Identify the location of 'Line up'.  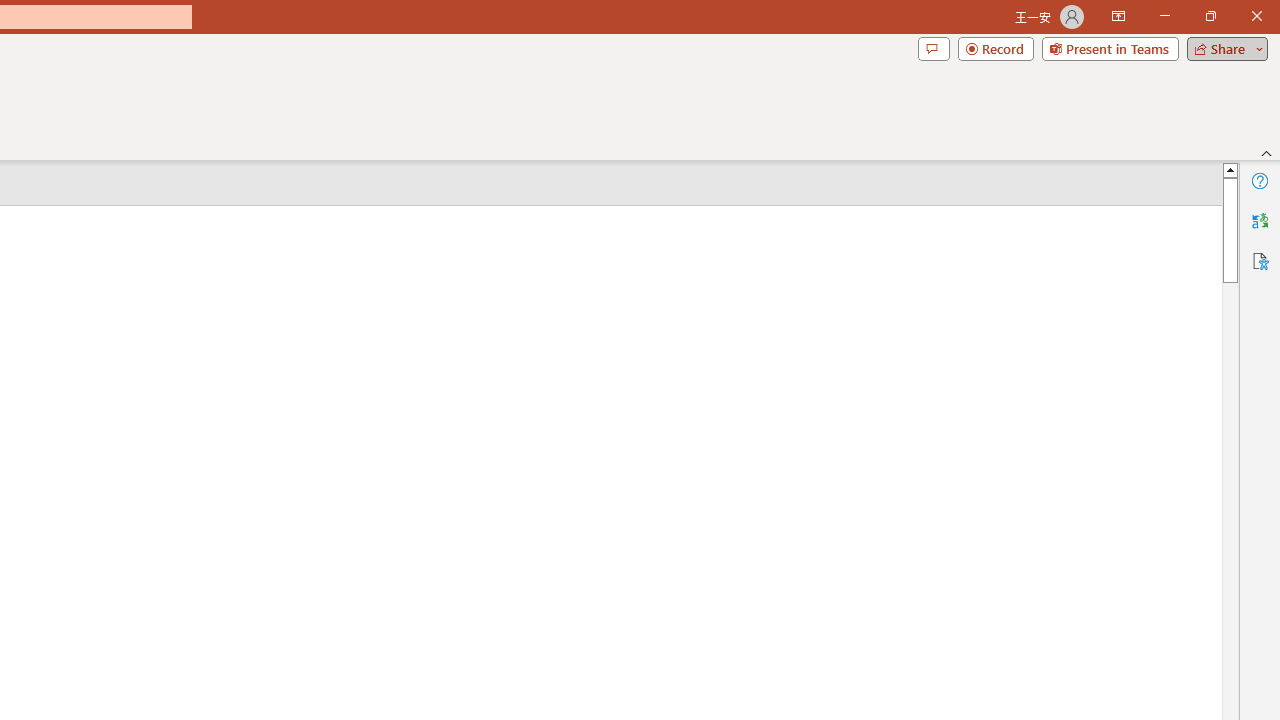
(1229, 168).